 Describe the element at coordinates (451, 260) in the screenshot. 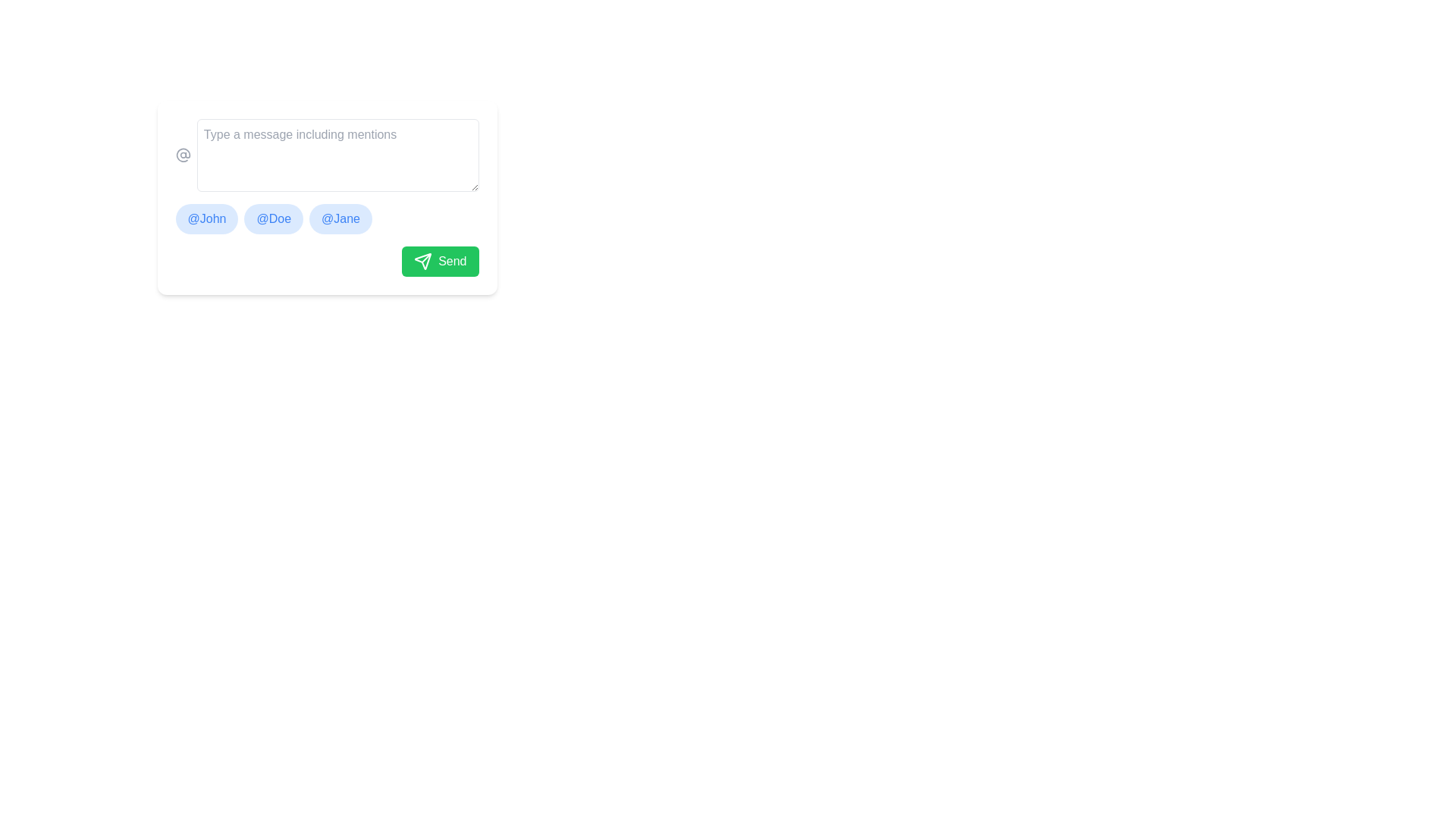

I see `text label displaying 'Send' in white font located within a green button at the bottom right corner of the interface` at that location.